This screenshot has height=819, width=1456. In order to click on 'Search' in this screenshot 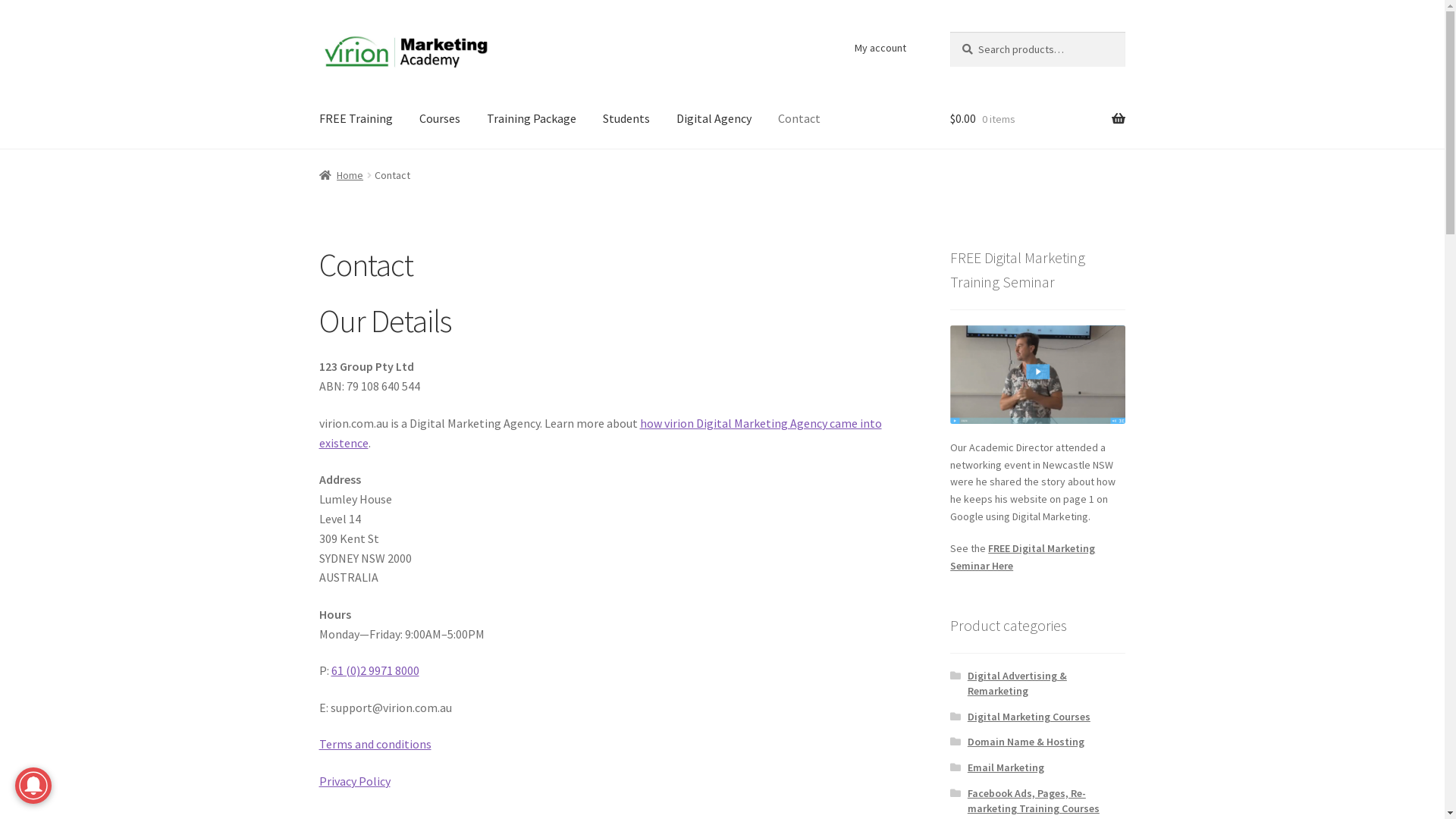, I will do `click(949, 31)`.